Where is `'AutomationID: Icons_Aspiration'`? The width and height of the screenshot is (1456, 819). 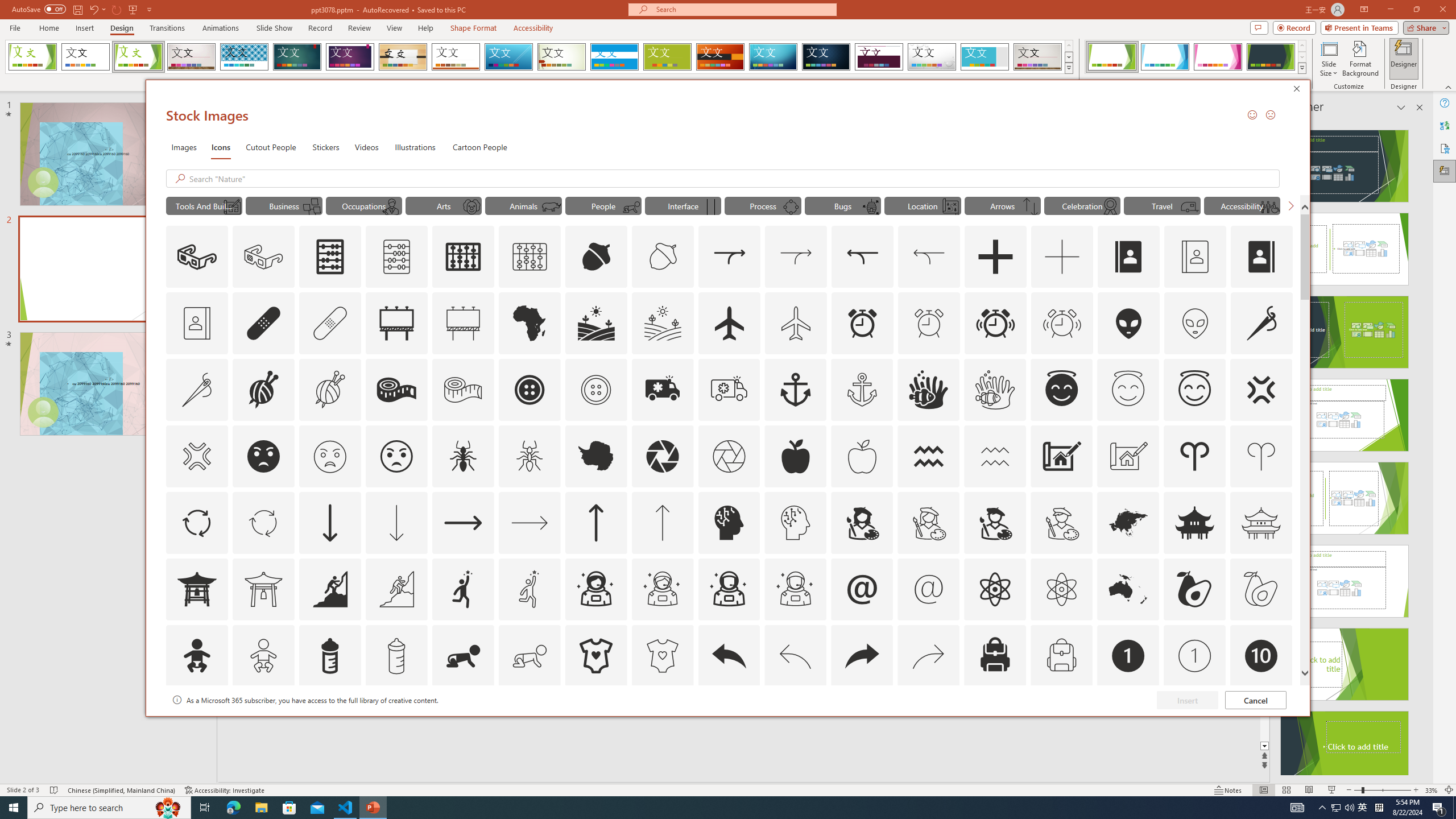 'AutomationID: Icons_Aspiration' is located at coordinates (329, 588).